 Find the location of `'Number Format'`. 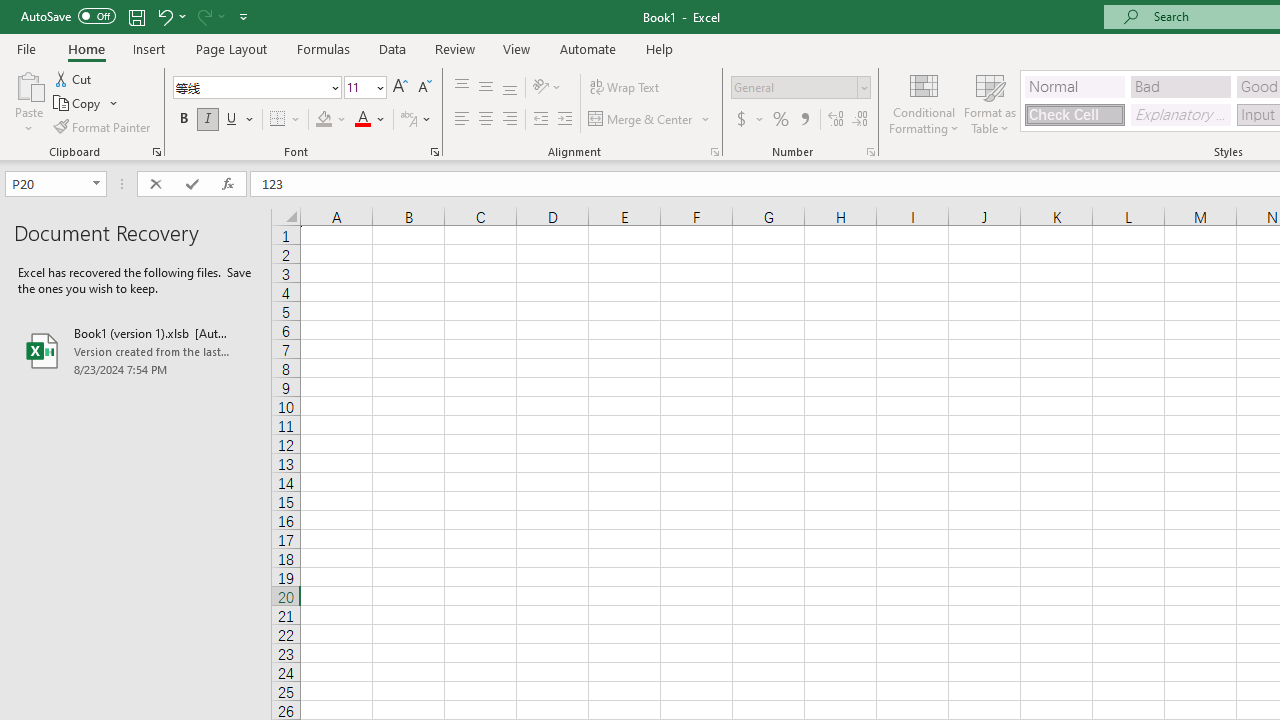

'Number Format' is located at coordinates (793, 86).